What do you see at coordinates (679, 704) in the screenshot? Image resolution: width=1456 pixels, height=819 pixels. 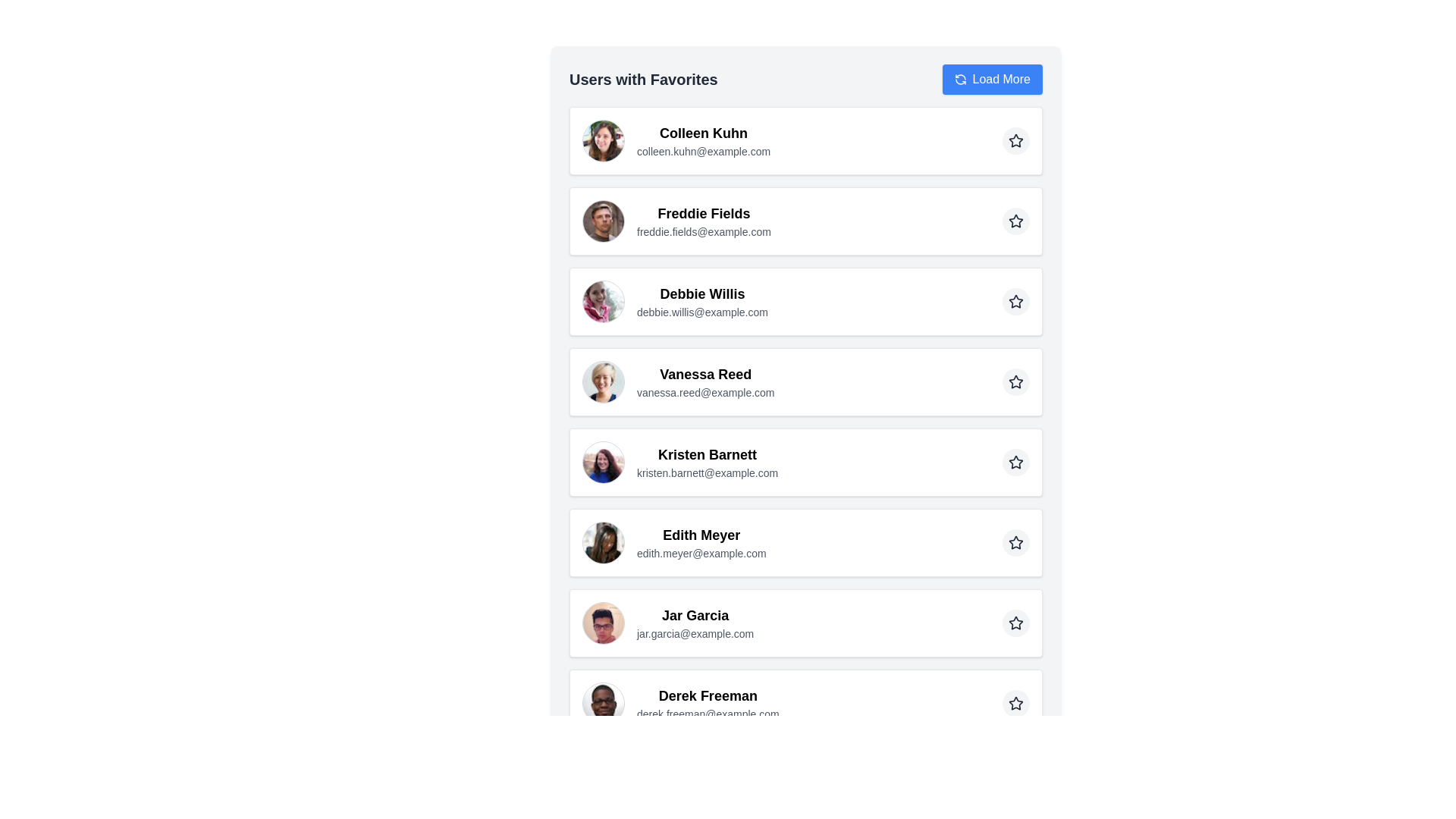 I see `the User information card that displays the user's details, specifically their name and email address, located below 'Jar Garcia' in a vertical list of user elements` at bounding box center [679, 704].